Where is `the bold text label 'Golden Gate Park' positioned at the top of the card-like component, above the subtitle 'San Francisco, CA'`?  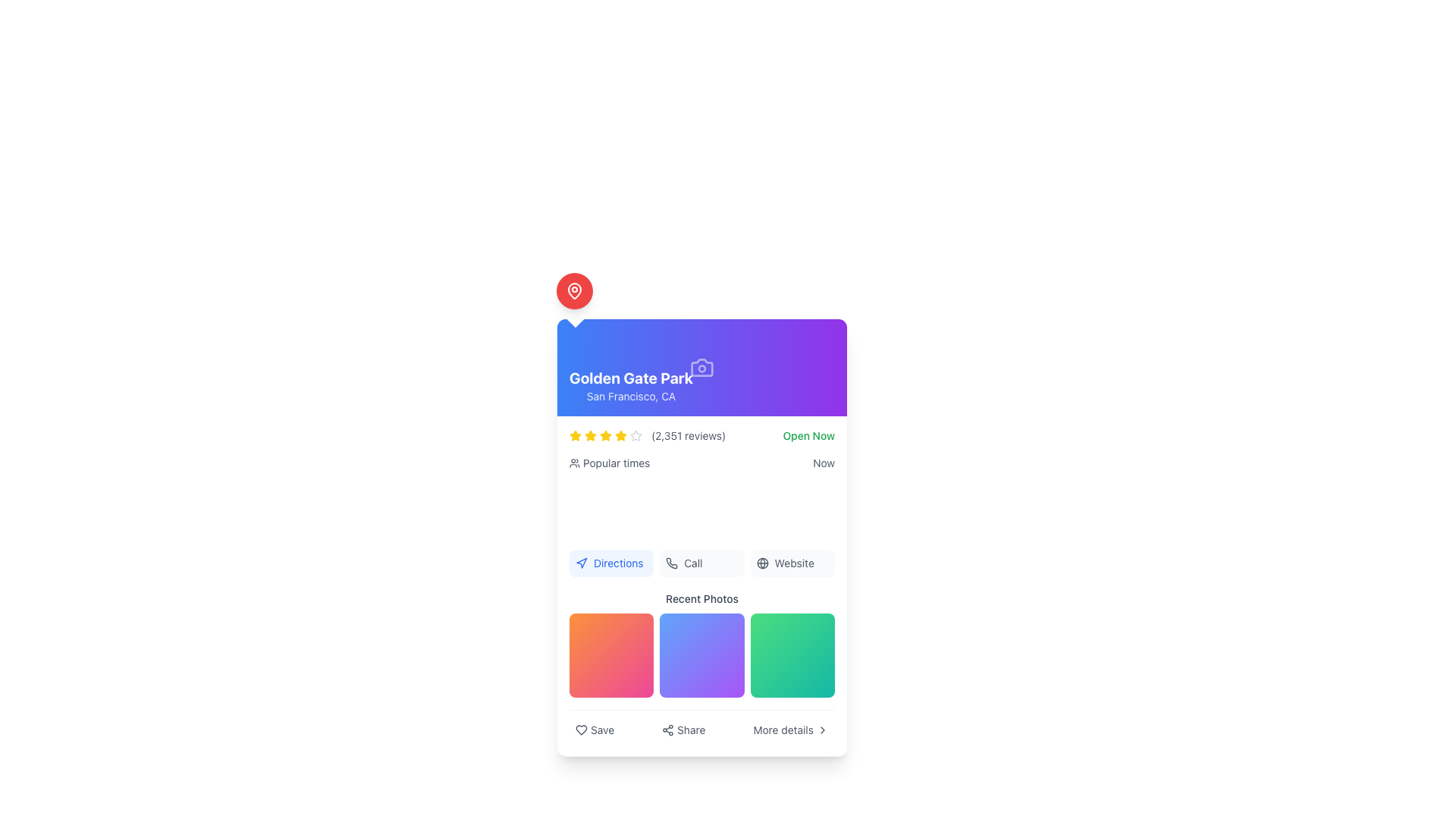
the bold text label 'Golden Gate Park' positioned at the top of the card-like component, above the subtitle 'San Francisco, CA' is located at coordinates (631, 377).